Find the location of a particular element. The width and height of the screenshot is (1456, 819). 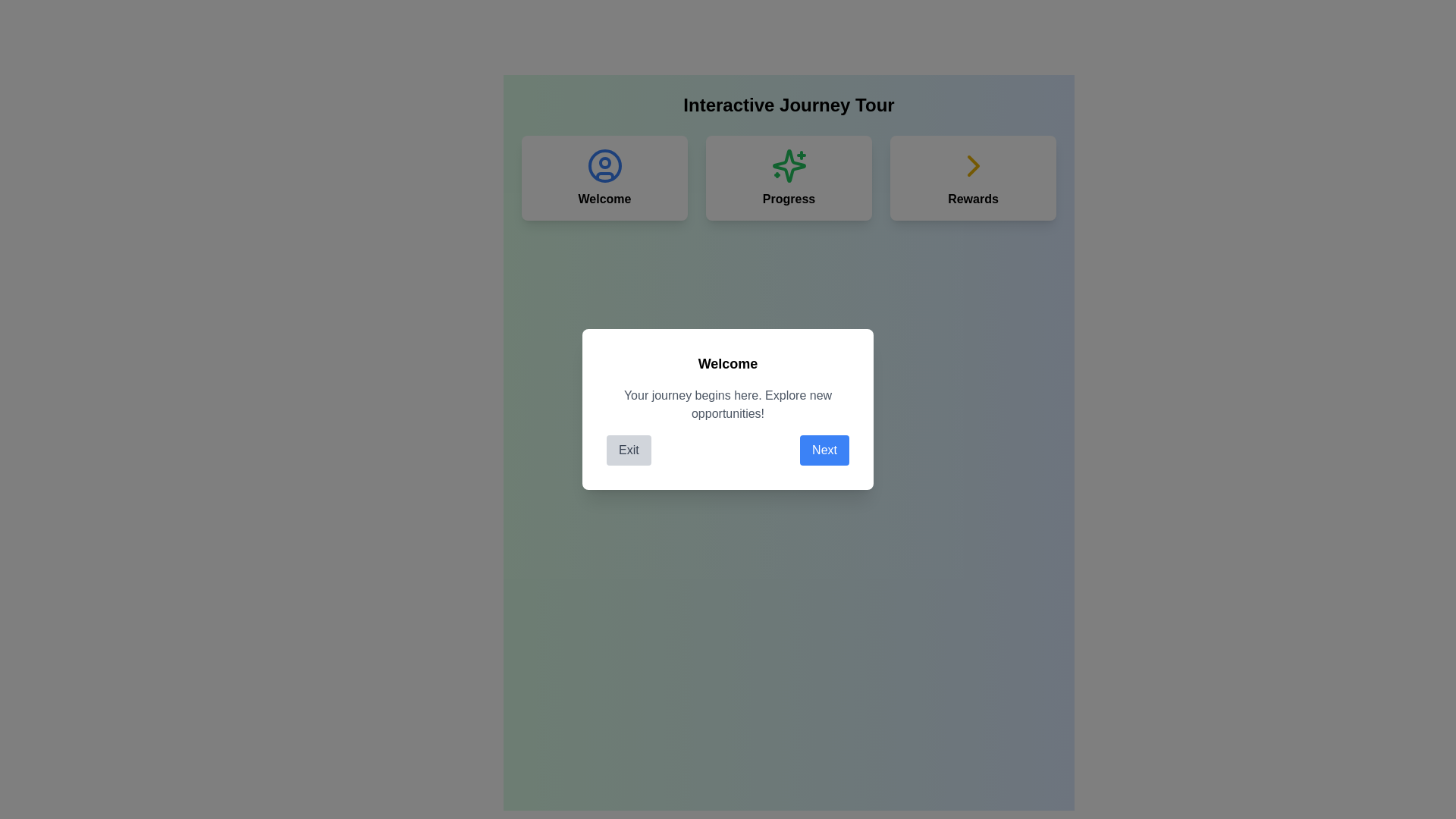

the navigation button located to the right of the gray 'Exit' button at the bottom of the modal dialog to proceed to the next step is located at coordinates (824, 450).